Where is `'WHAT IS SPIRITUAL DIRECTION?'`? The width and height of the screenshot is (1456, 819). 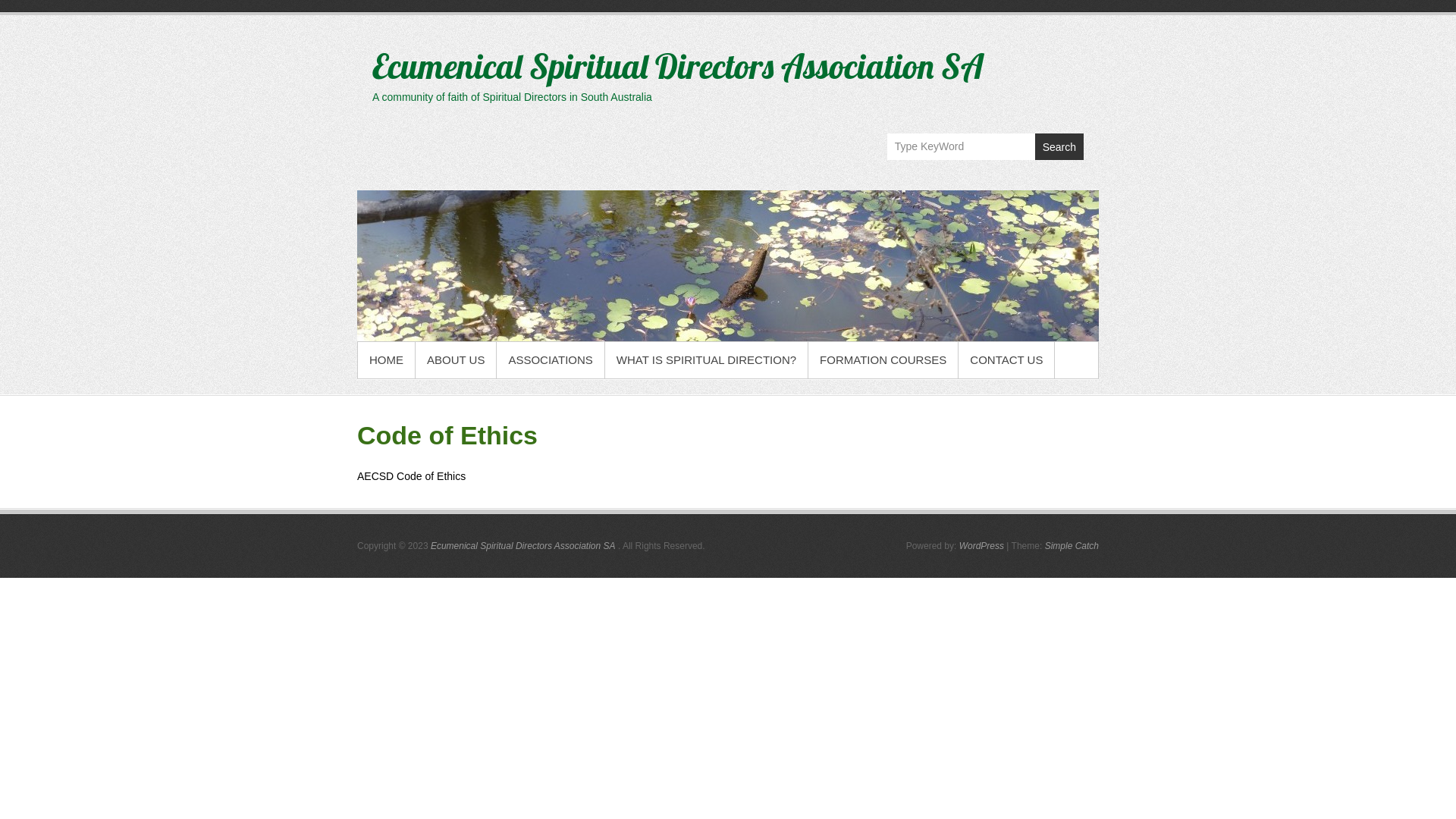 'WHAT IS SPIRITUAL DIRECTION?' is located at coordinates (705, 359).